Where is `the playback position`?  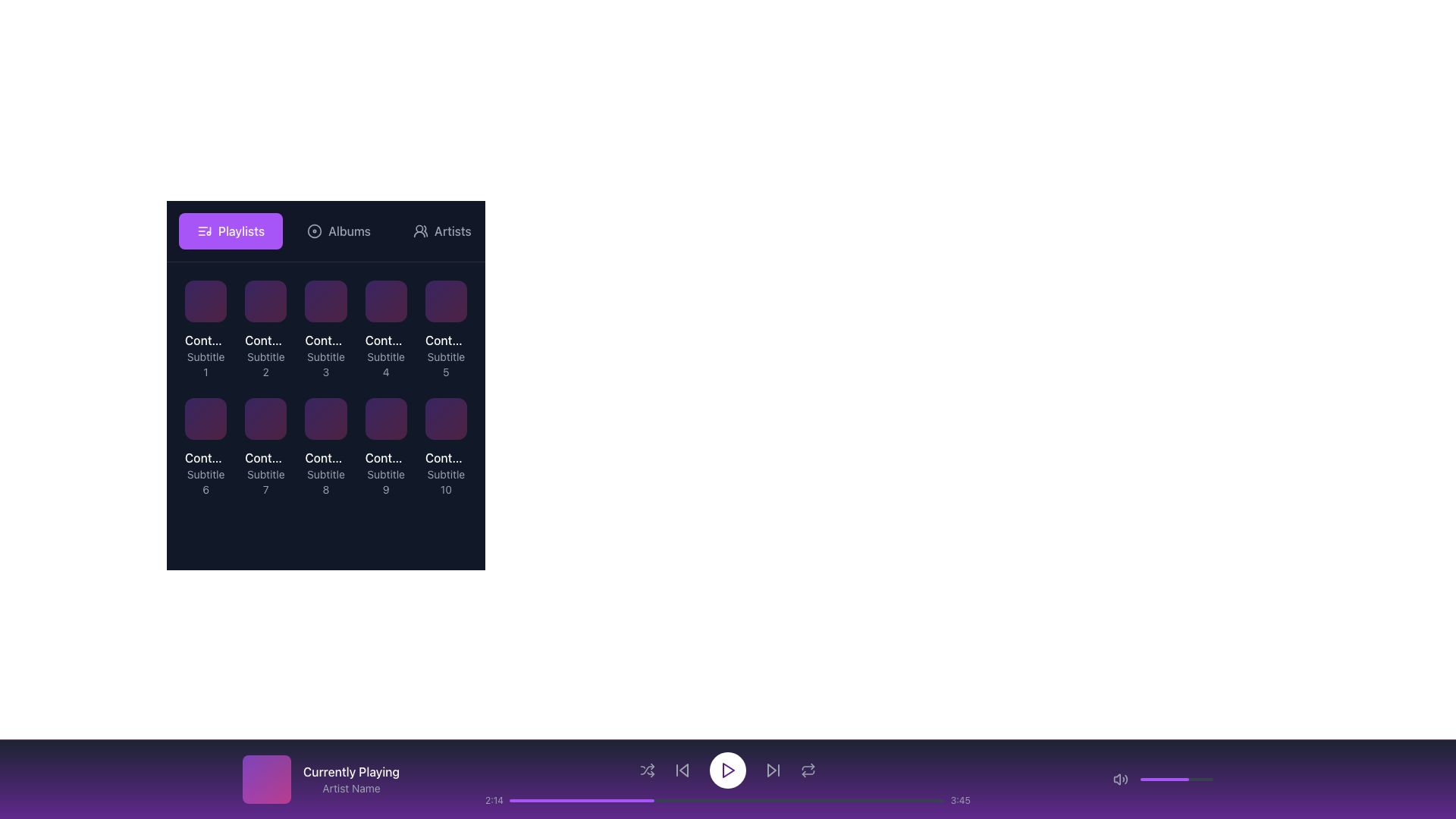 the playback position is located at coordinates (732, 800).